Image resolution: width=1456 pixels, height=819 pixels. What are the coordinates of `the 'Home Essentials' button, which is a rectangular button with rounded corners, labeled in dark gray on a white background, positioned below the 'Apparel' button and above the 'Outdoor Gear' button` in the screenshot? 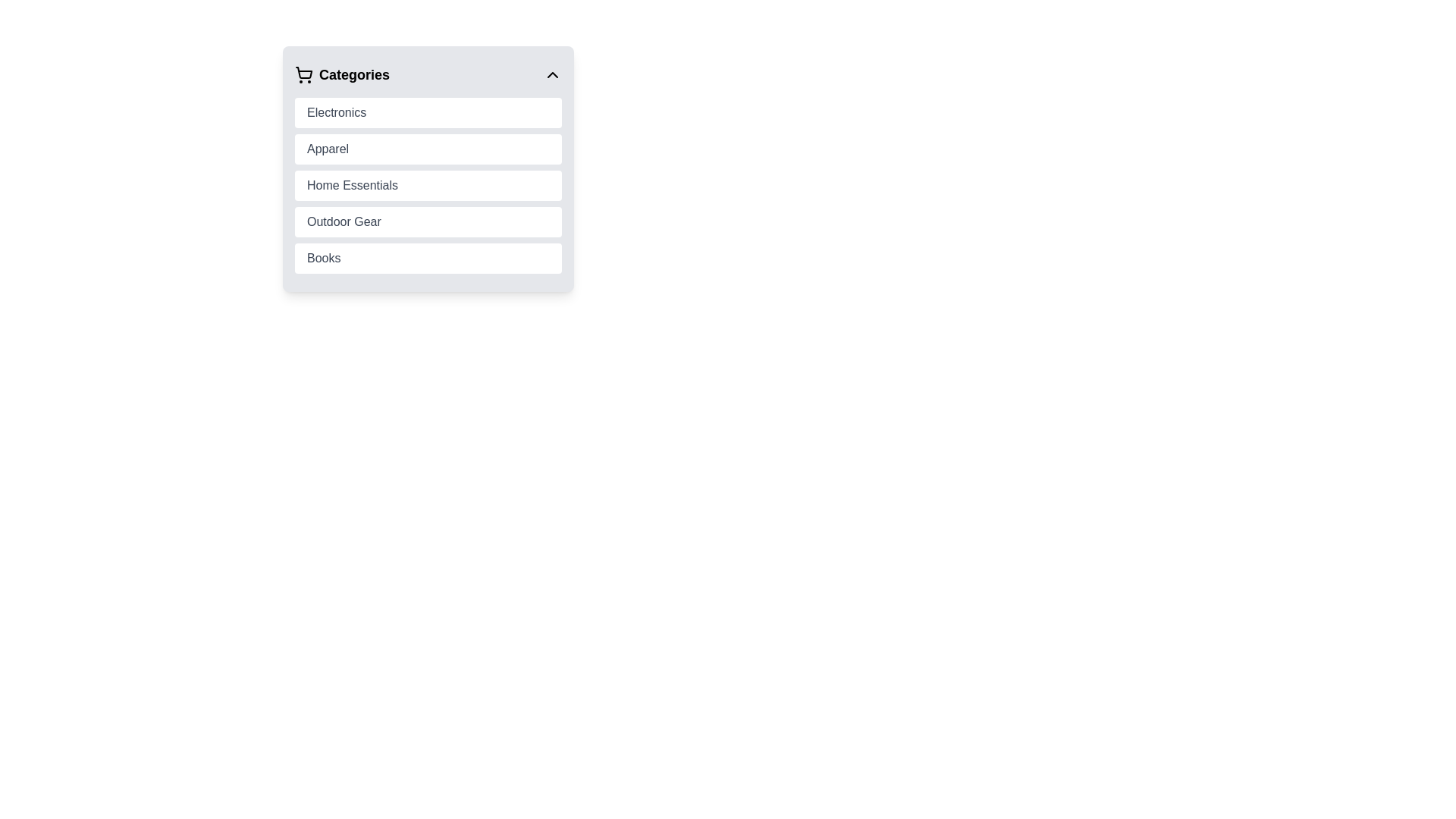 It's located at (428, 185).